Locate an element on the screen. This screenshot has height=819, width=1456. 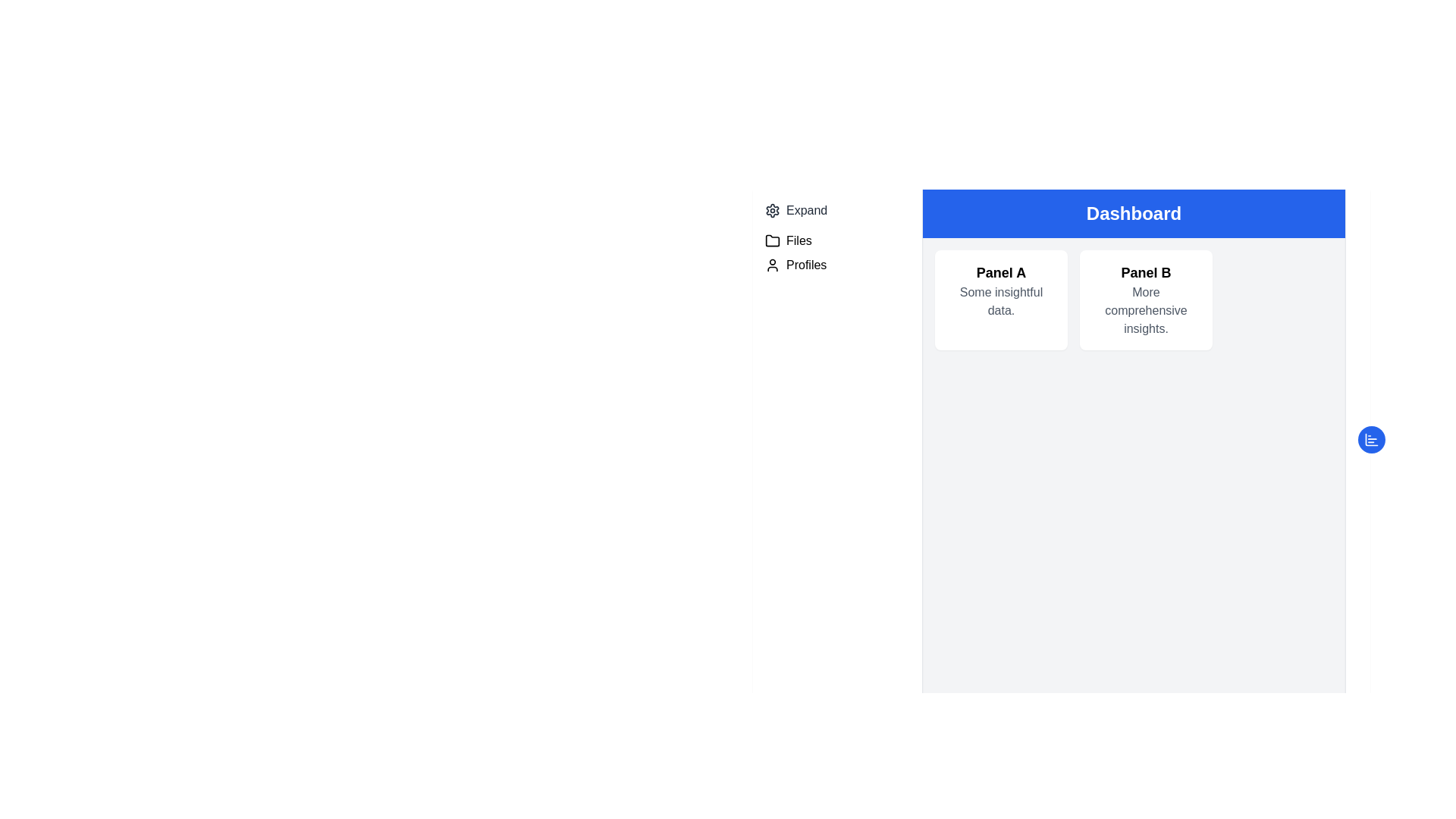
text content of 'Panel A', which is an informational card located in the upper section of the interface, center-right, as the first of two adjacent panels is located at coordinates (1001, 300).